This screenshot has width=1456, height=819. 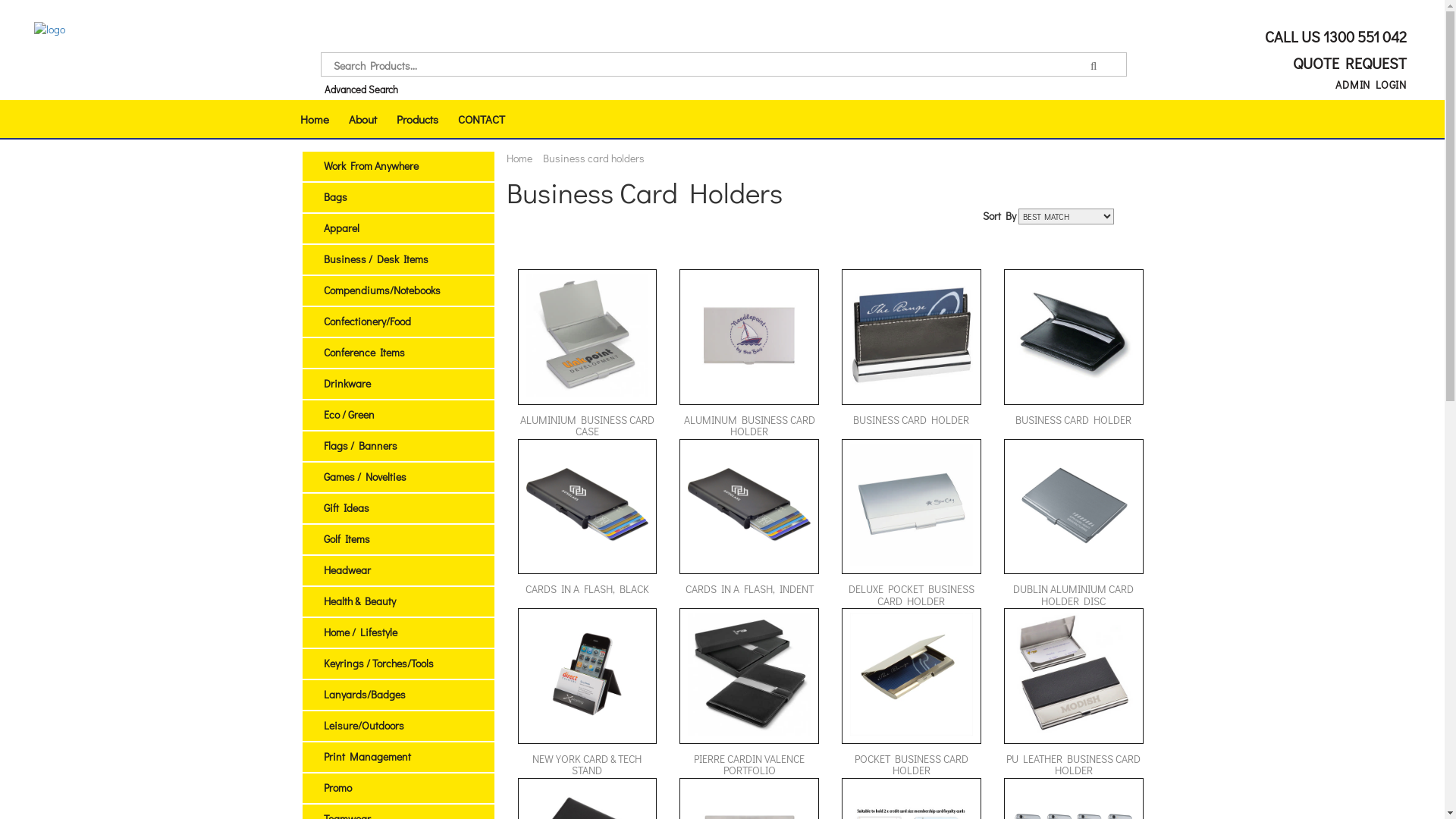 I want to click on 'Keyrings / Torches/Tools', so click(x=378, y=662).